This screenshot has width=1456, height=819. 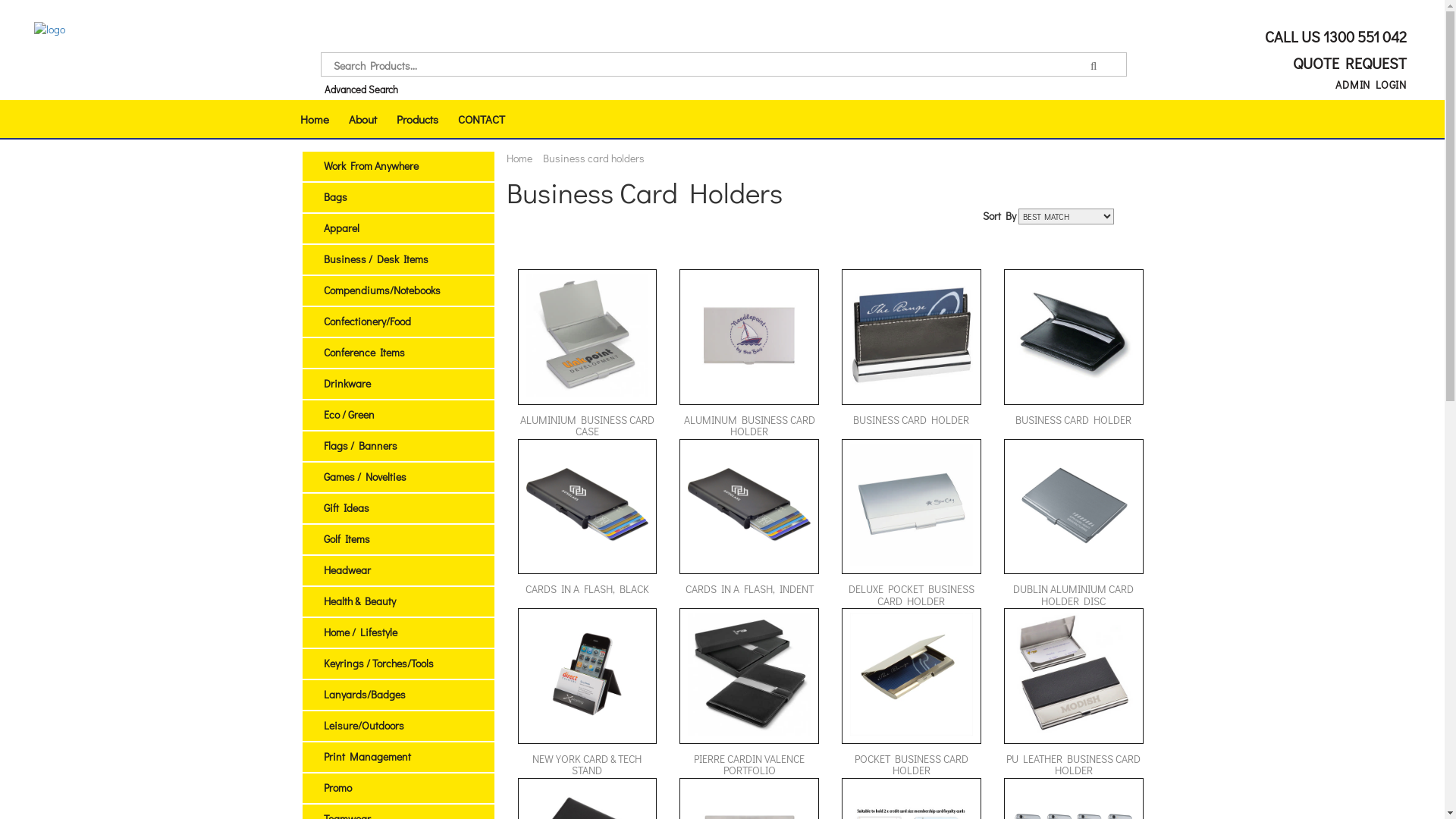 I want to click on 'Keyrings / Torches/Tools', so click(x=378, y=662).